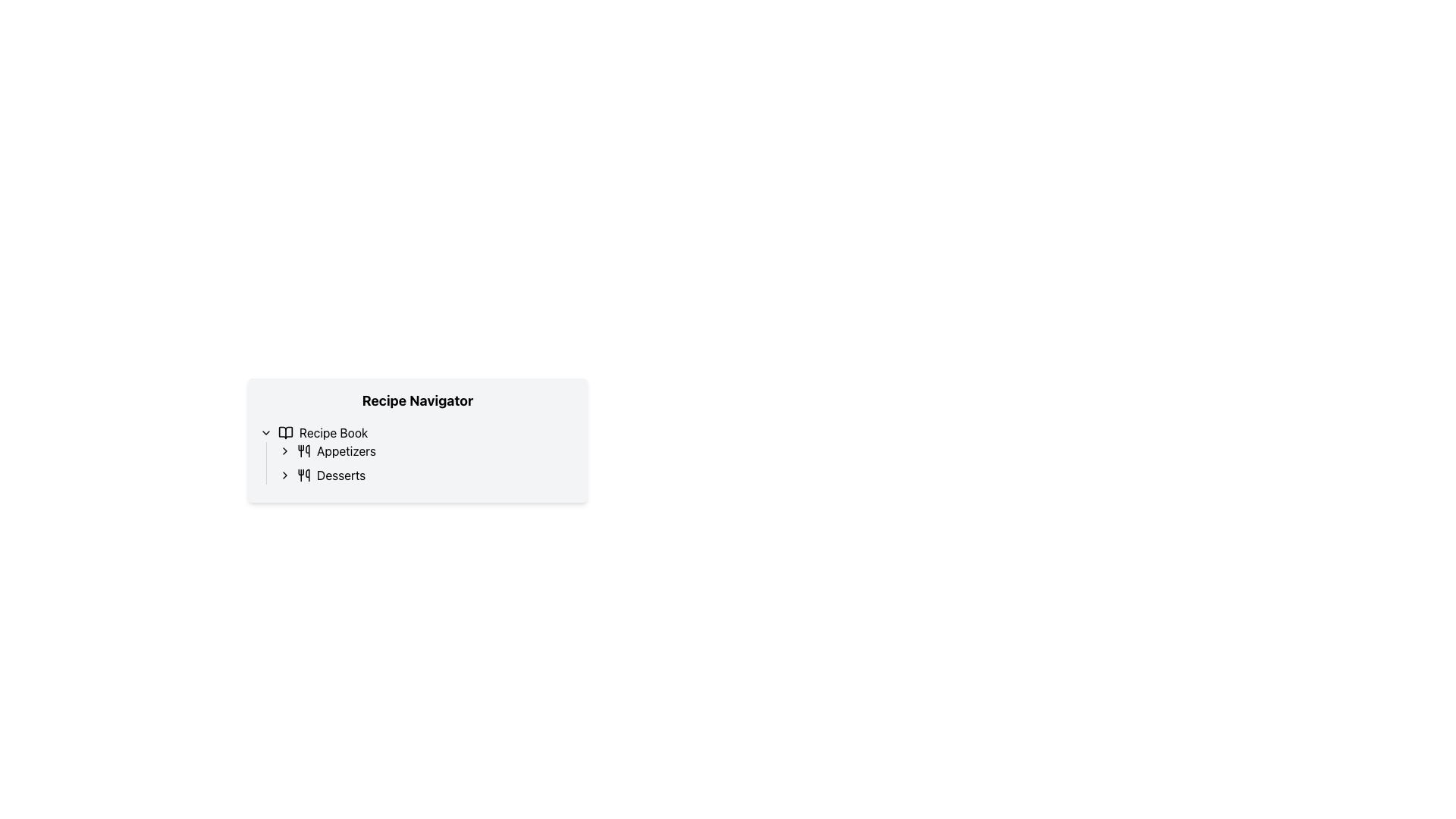 The image size is (1456, 819). What do you see at coordinates (306, 475) in the screenshot?
I see `the decorative graphical icon component representing the 'Desserts' category in the recipe types list` at bounding box center [306, 475].